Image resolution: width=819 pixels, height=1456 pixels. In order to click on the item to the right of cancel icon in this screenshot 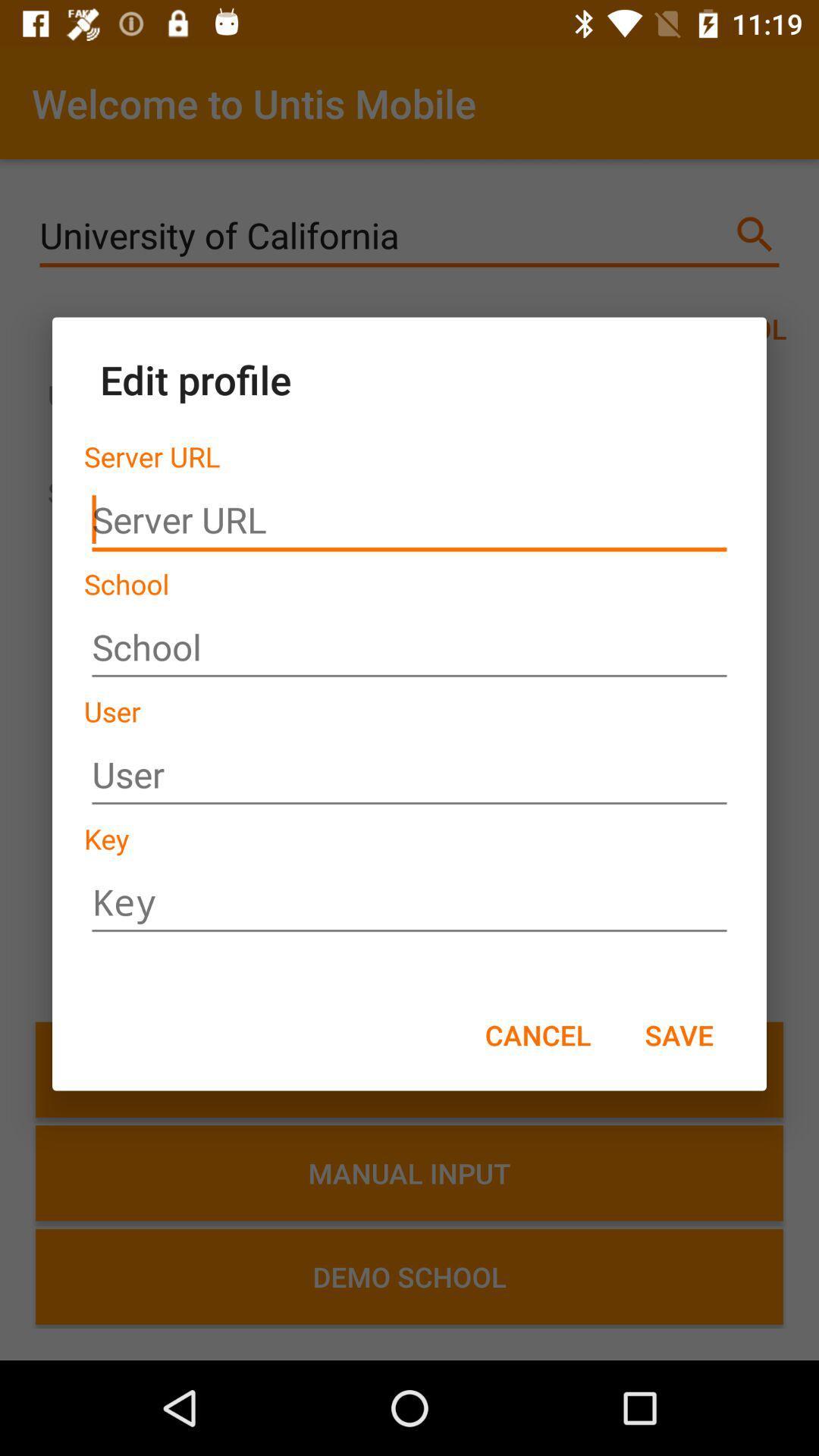, I will do `click(678, 1034)`.